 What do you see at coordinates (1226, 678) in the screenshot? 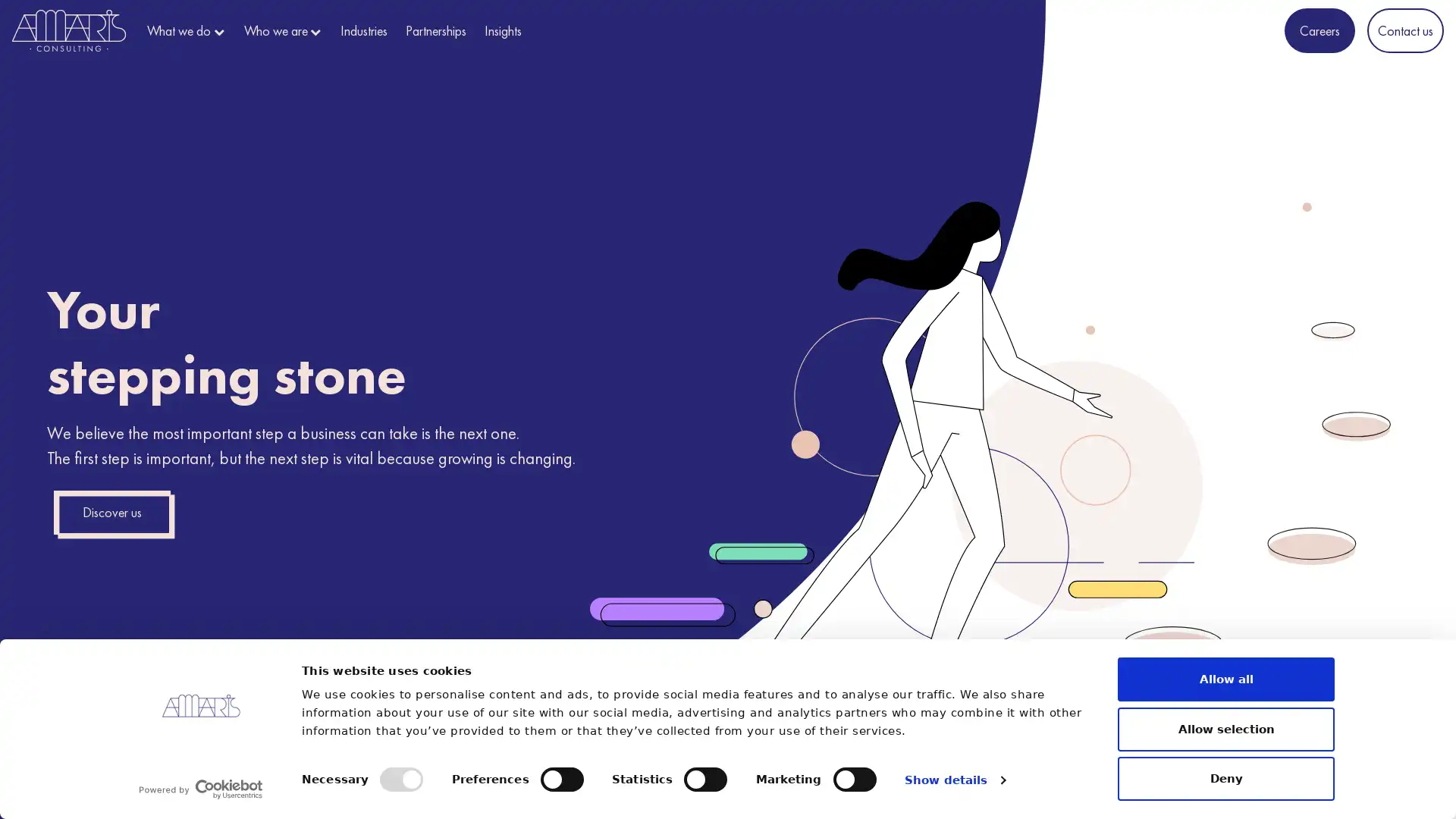
I see `Allow all` at bounding box center [1226, 678].